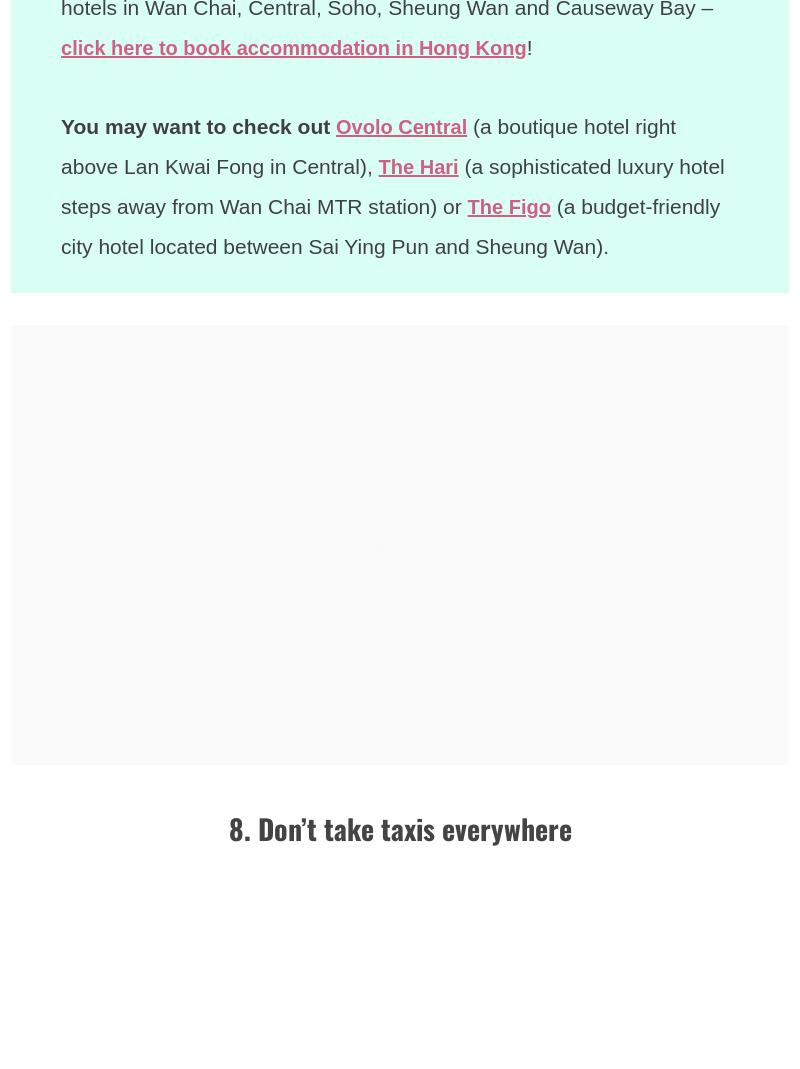 The image size is (800, 1069). Describe the element at coordinates (336, 126) in the screenshot. I see `'Ovolo Central'` at that location.